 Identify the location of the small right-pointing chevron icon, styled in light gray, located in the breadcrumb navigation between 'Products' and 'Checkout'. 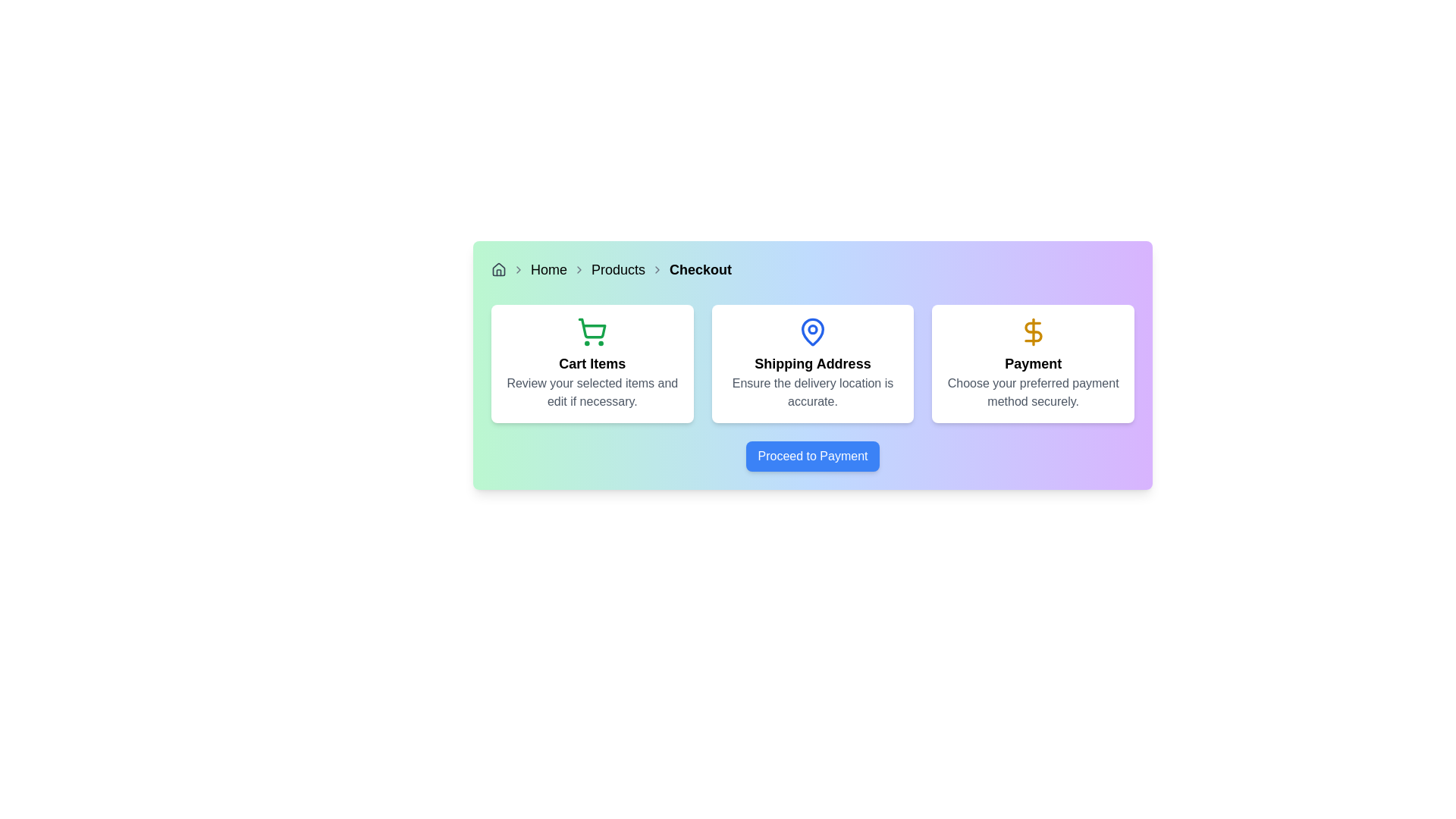
(657, 268).